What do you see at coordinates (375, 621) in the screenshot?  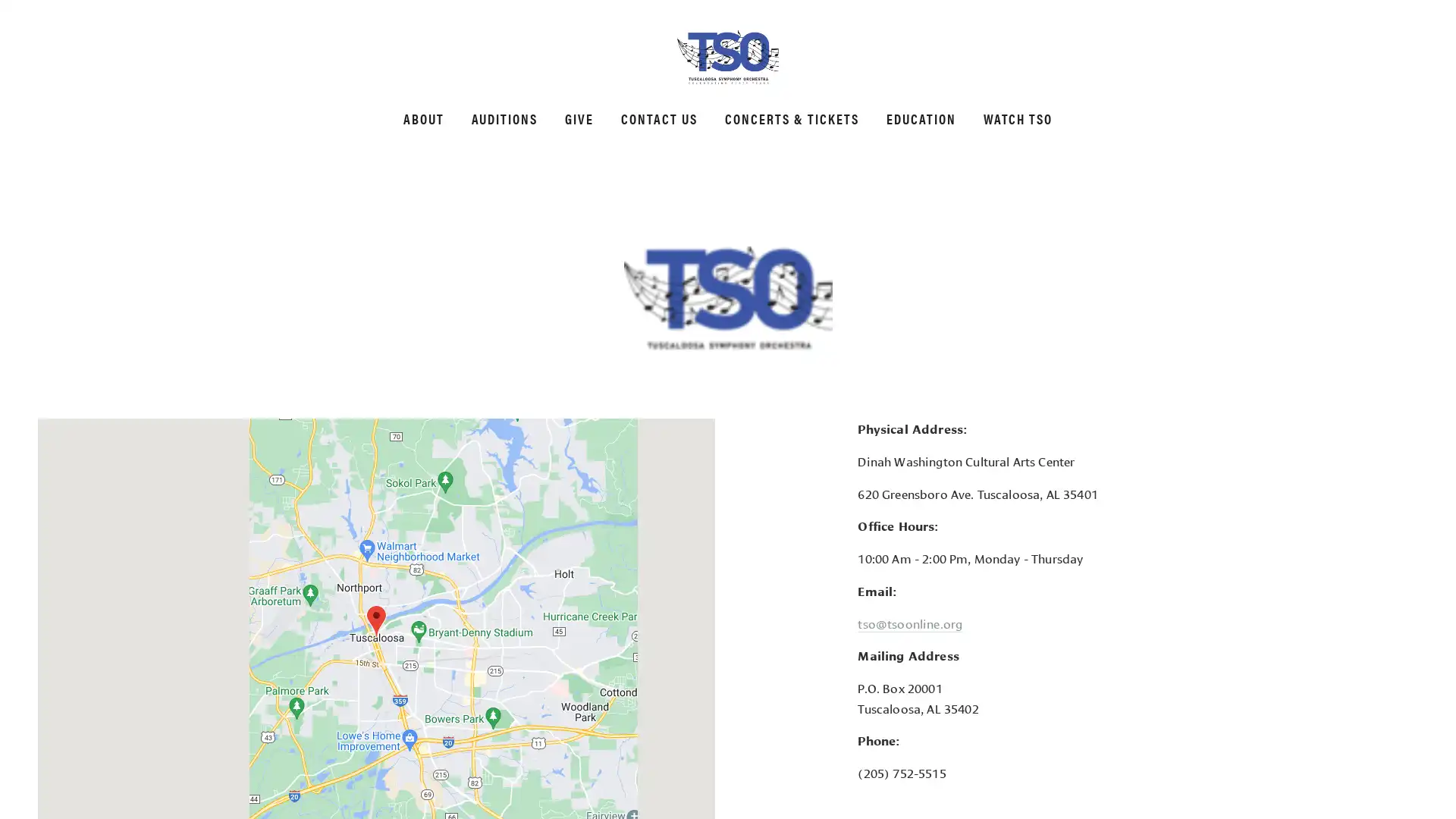 I see `Tuscaloosa Alabama, United States` at bounding box center [375, 621].